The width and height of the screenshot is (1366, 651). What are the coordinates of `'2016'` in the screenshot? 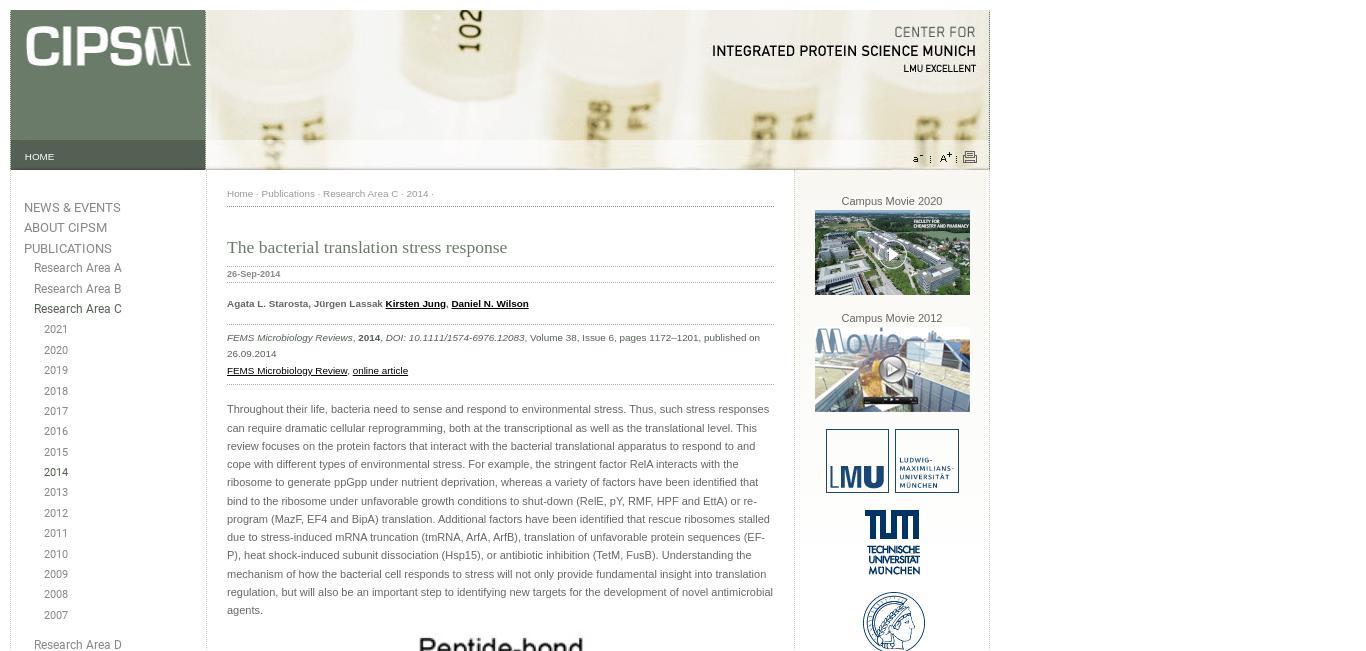 It's located at (43, 431).